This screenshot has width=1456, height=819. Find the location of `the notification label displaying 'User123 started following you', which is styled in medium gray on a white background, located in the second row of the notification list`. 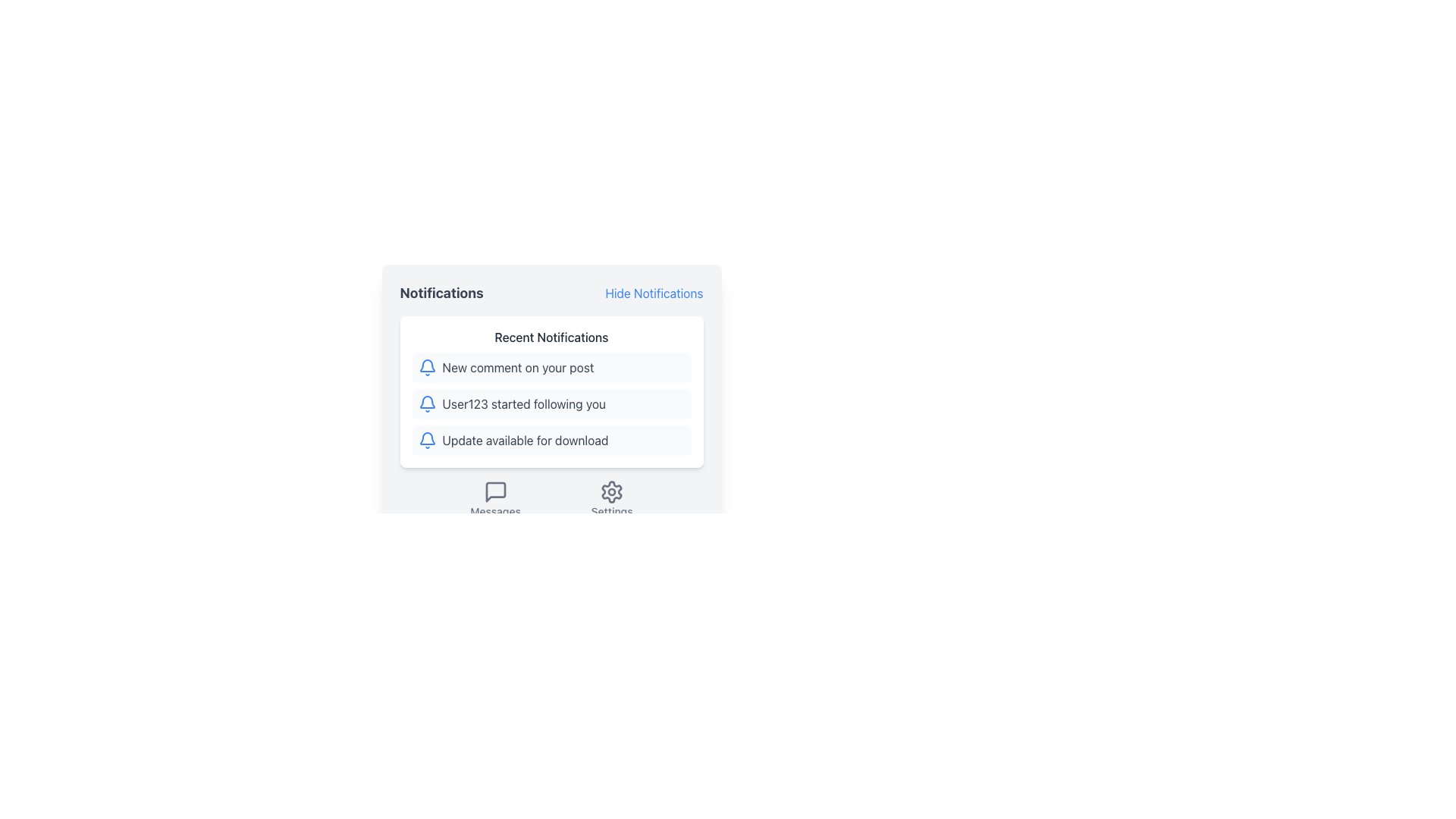

the notification label displaying 'User123 started following you', which is styled in medium gray on a white background, located in the second row of the notification list is located at coordinates (524, 403).